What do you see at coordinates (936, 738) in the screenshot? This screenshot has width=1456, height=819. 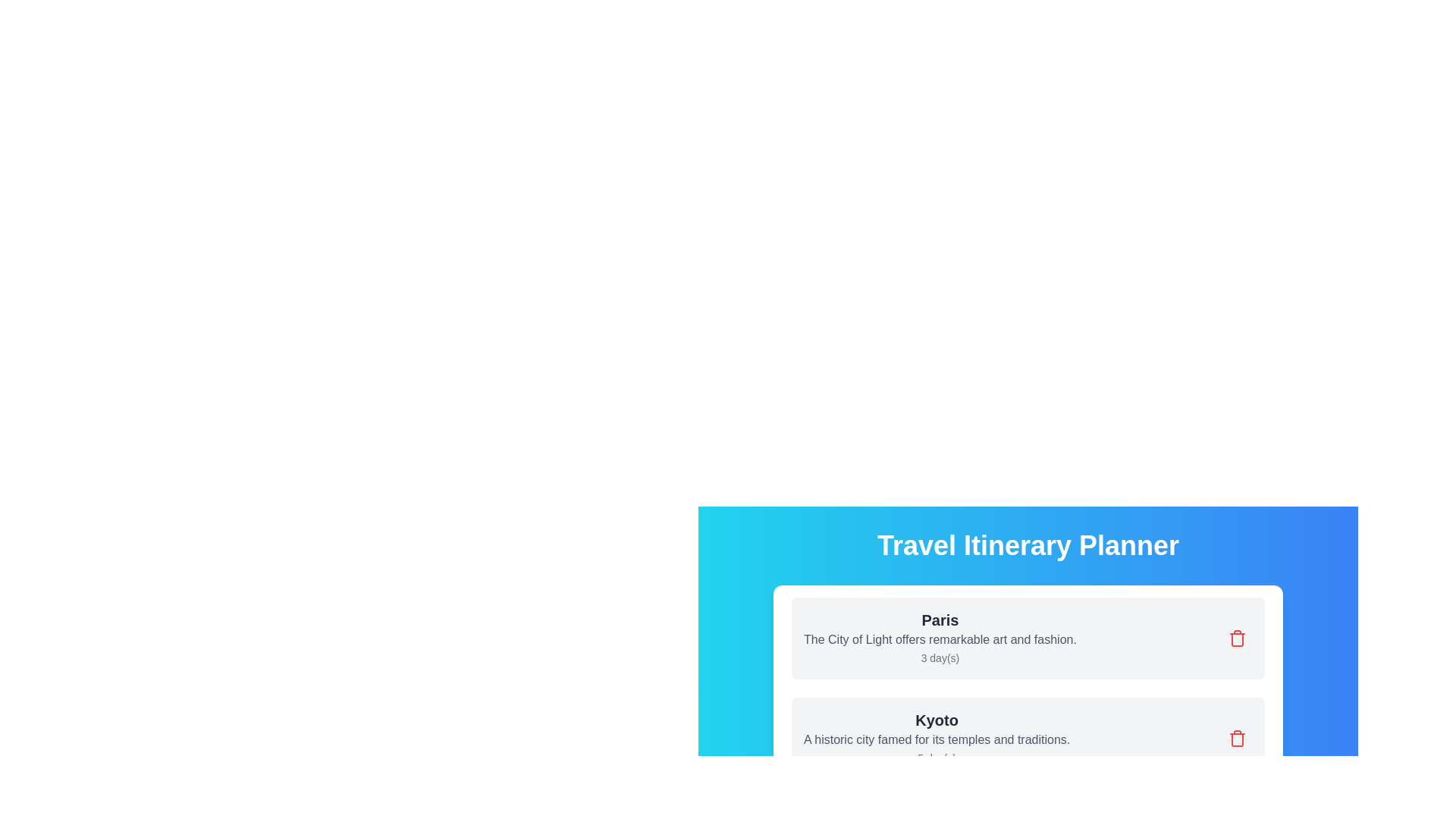 I see `text displayed in the Information panel for the travel destination, which is positioned below the 'Paris' section and has a light gray background` at bounding box center [936, 738].